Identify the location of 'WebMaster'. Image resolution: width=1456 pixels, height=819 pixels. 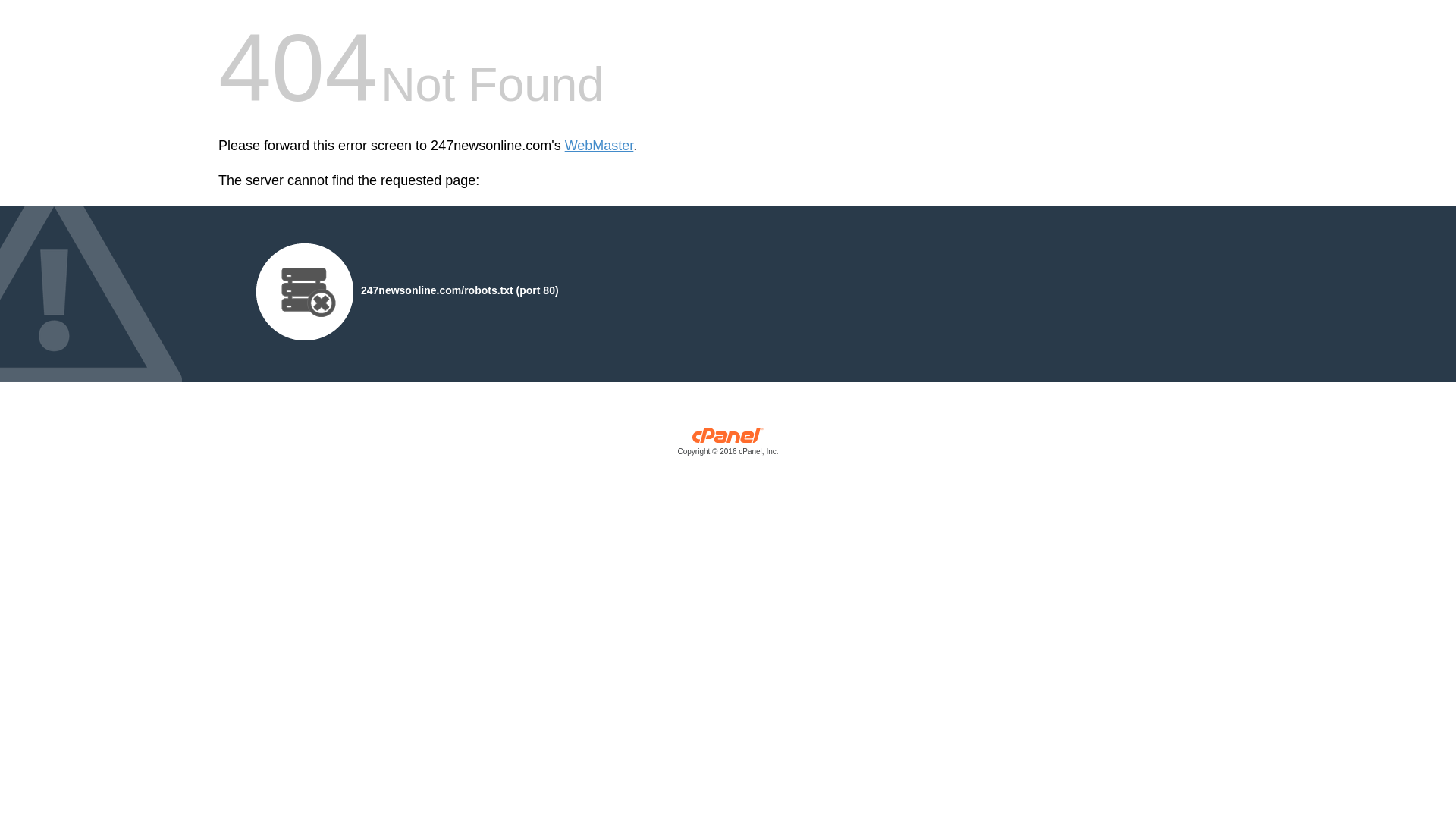
(598, 146).